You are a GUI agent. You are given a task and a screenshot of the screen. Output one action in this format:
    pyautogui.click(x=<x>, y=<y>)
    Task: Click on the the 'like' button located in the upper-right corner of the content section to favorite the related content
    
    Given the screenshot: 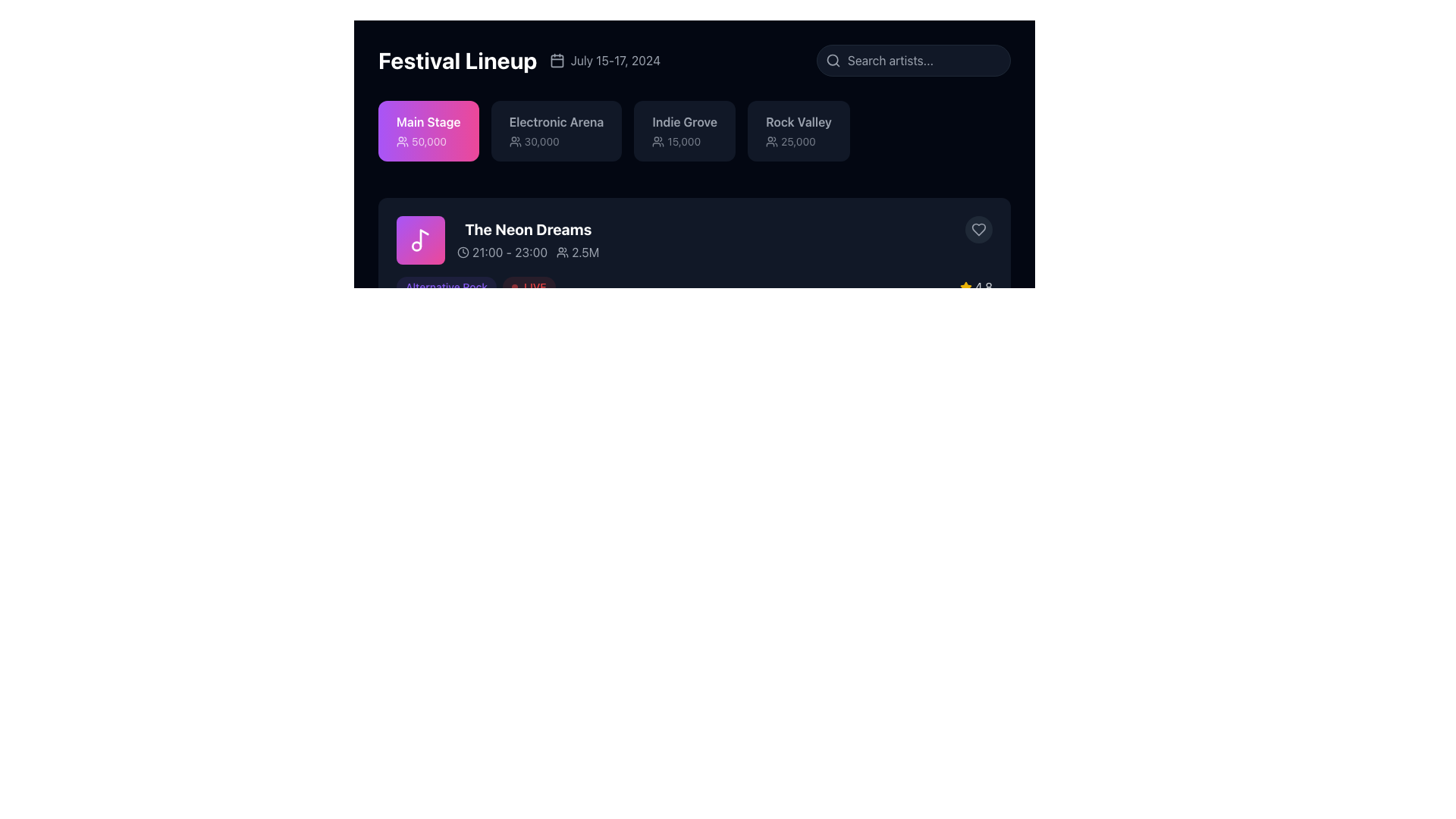 What is the action you would take?
    pyautogui.click(x=979, y=230)
    